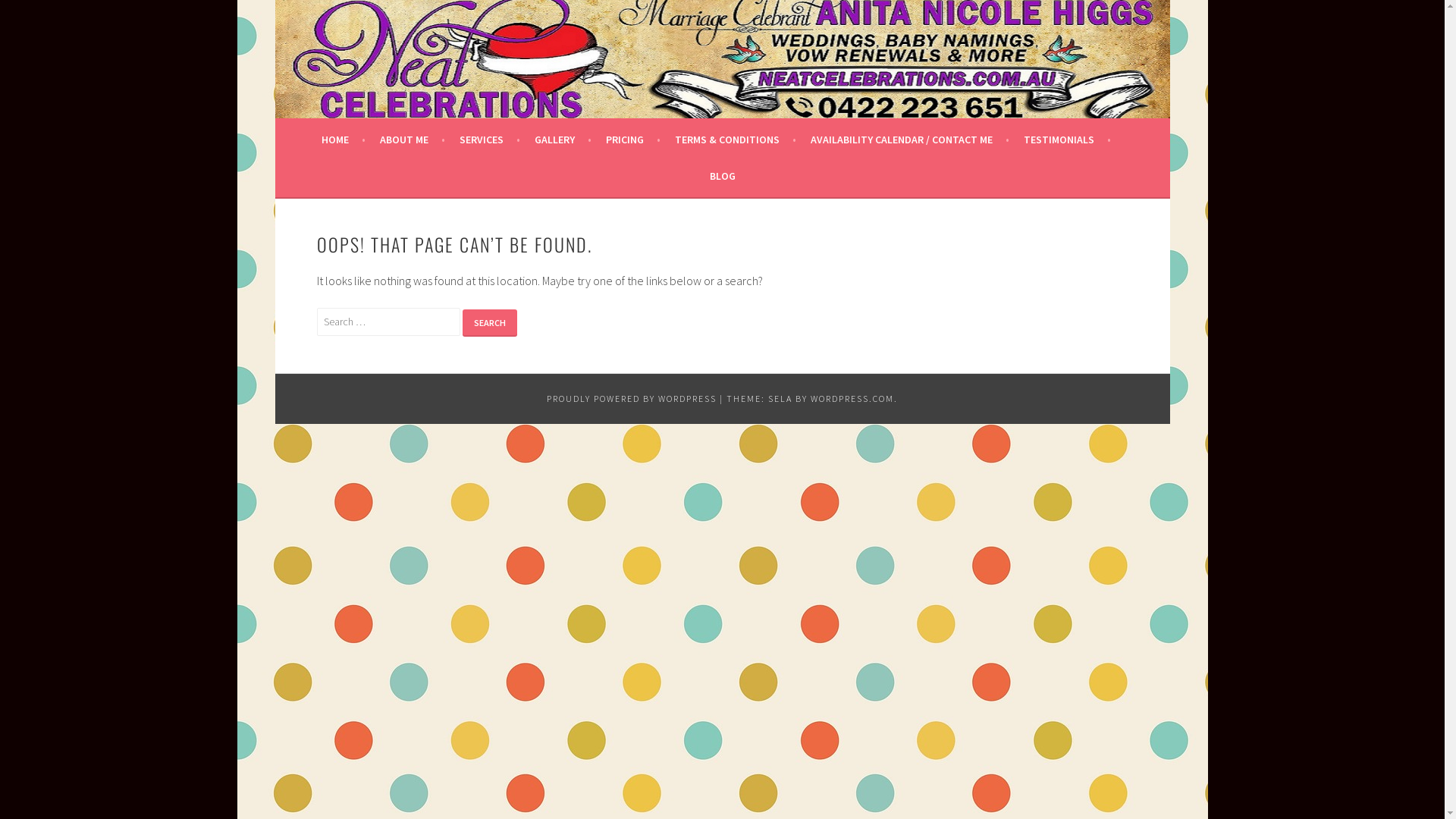 This screenshot has height=819, width=1456. Describe the element at coordinates (315, 53) in the screenshot. I see `'NEAT CELEBRATIONS'` at that location.